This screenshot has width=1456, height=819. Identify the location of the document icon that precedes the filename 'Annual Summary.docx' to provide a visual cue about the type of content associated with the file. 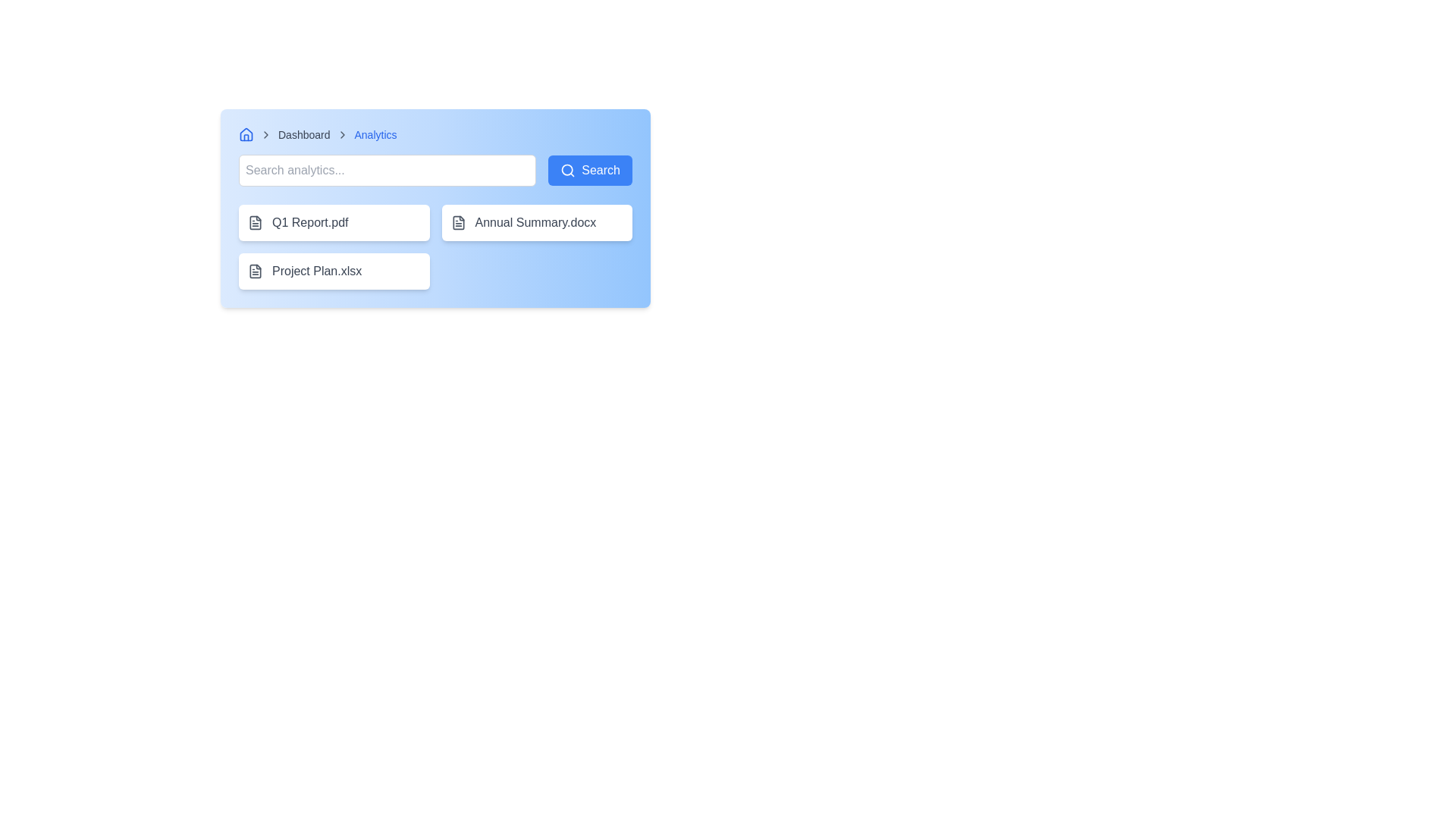
(457, 222).